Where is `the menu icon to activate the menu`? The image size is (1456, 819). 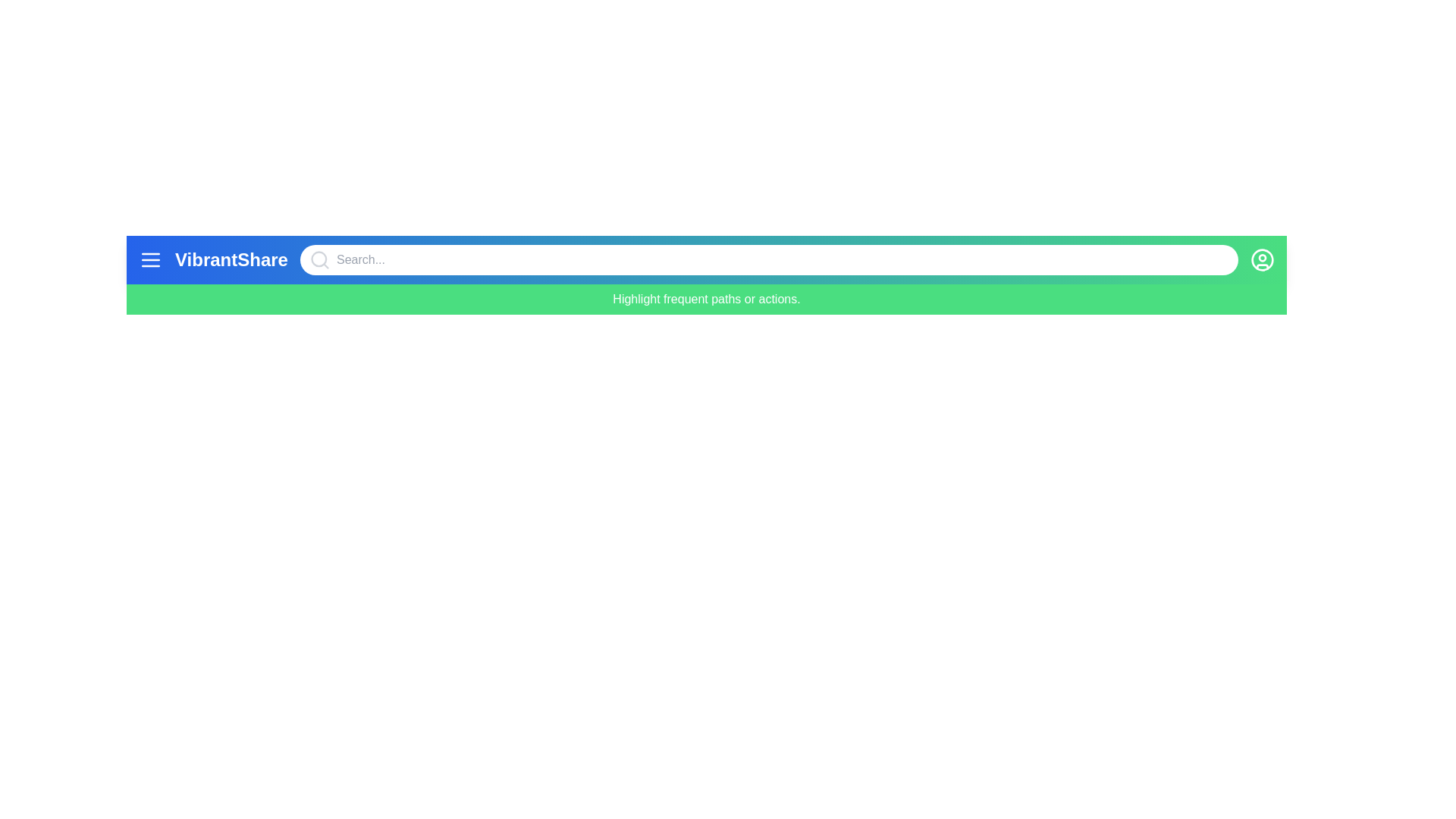
the menu icon to activate the menu is located at coordinates (150, 259).